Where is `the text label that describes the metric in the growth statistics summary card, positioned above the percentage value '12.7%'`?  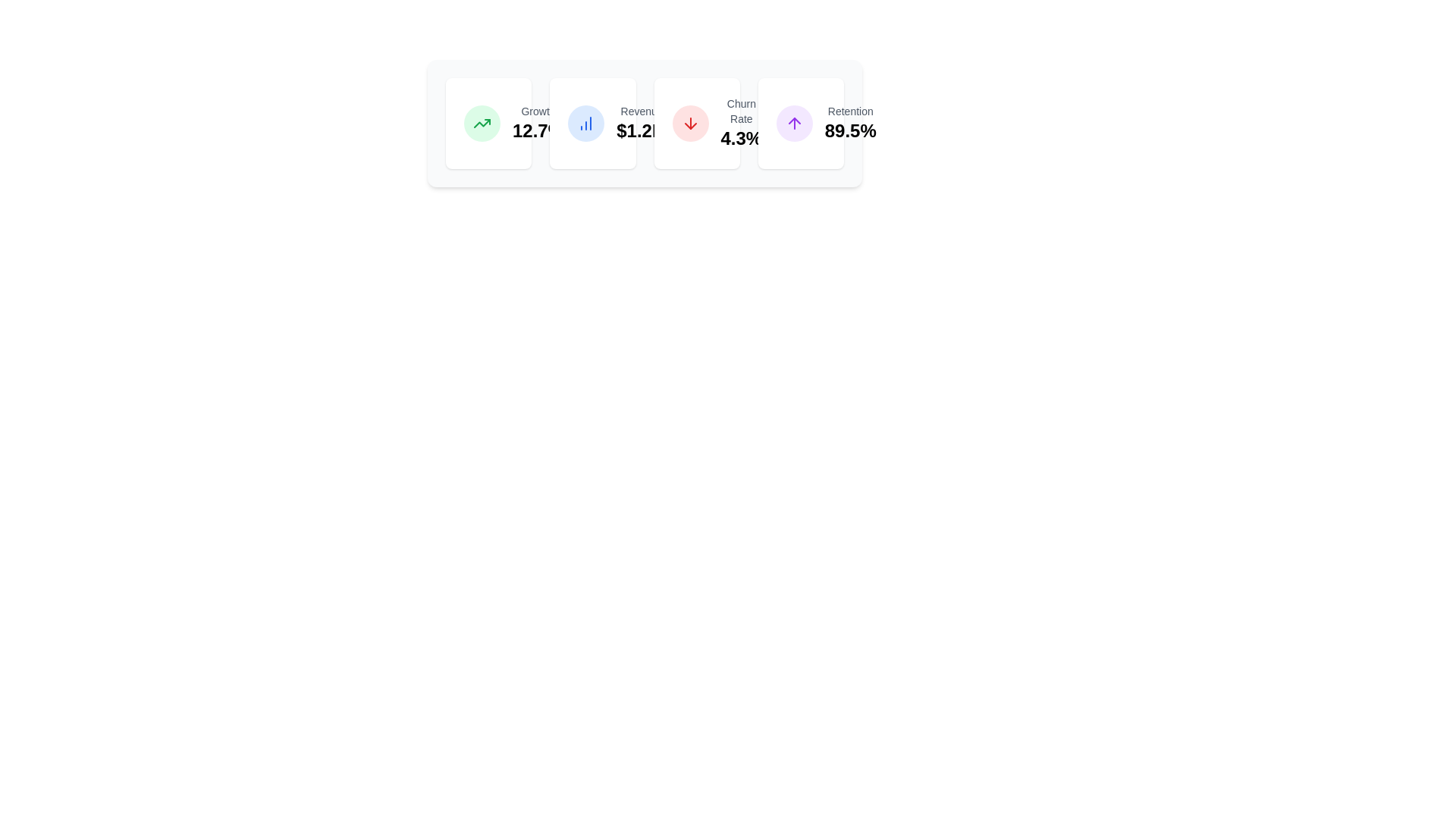 the text label that describes the metric in the growth statistics summary card, positioned above the percentage value '12.7%' is located at coordinates (538, 110).